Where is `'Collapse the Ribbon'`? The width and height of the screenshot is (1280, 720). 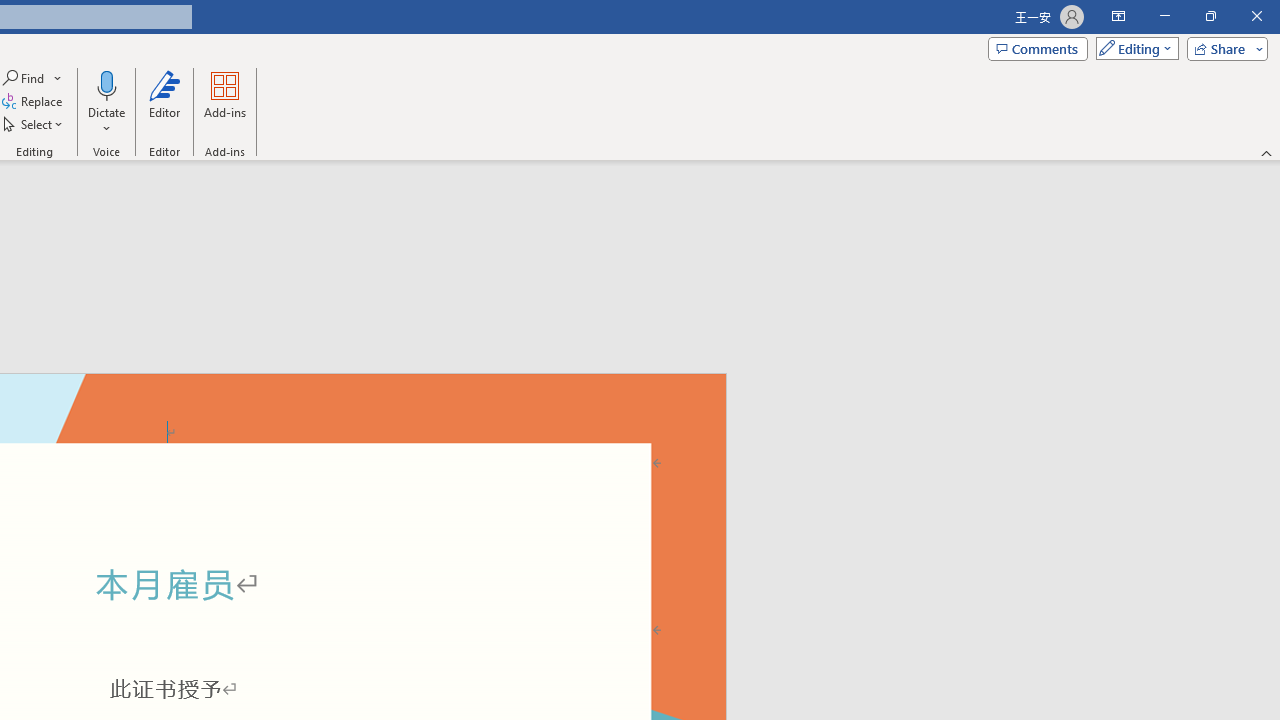
'Collapse the Ribbon' is located at coordinates (1266, 152).